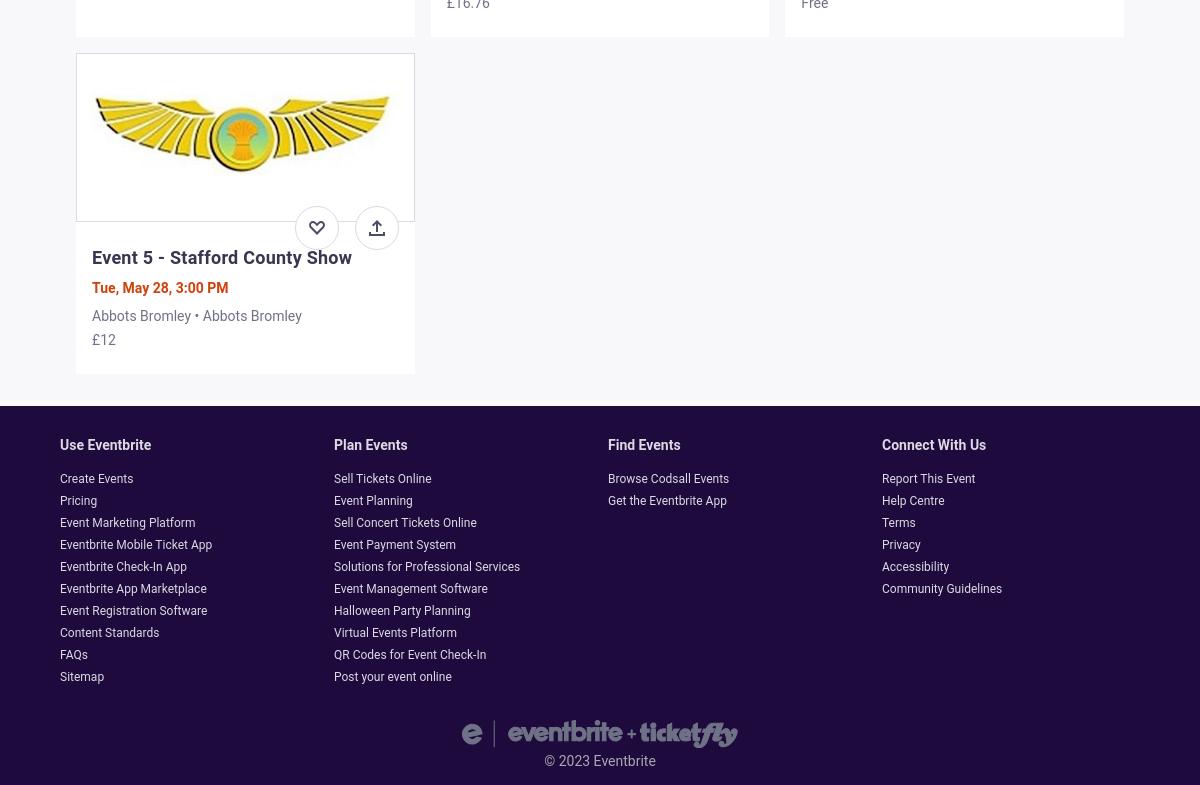  What do you see at coordinates (392, 676) in the screenshot?
I see `'Post your event online'` at bounding box center [392, 676].